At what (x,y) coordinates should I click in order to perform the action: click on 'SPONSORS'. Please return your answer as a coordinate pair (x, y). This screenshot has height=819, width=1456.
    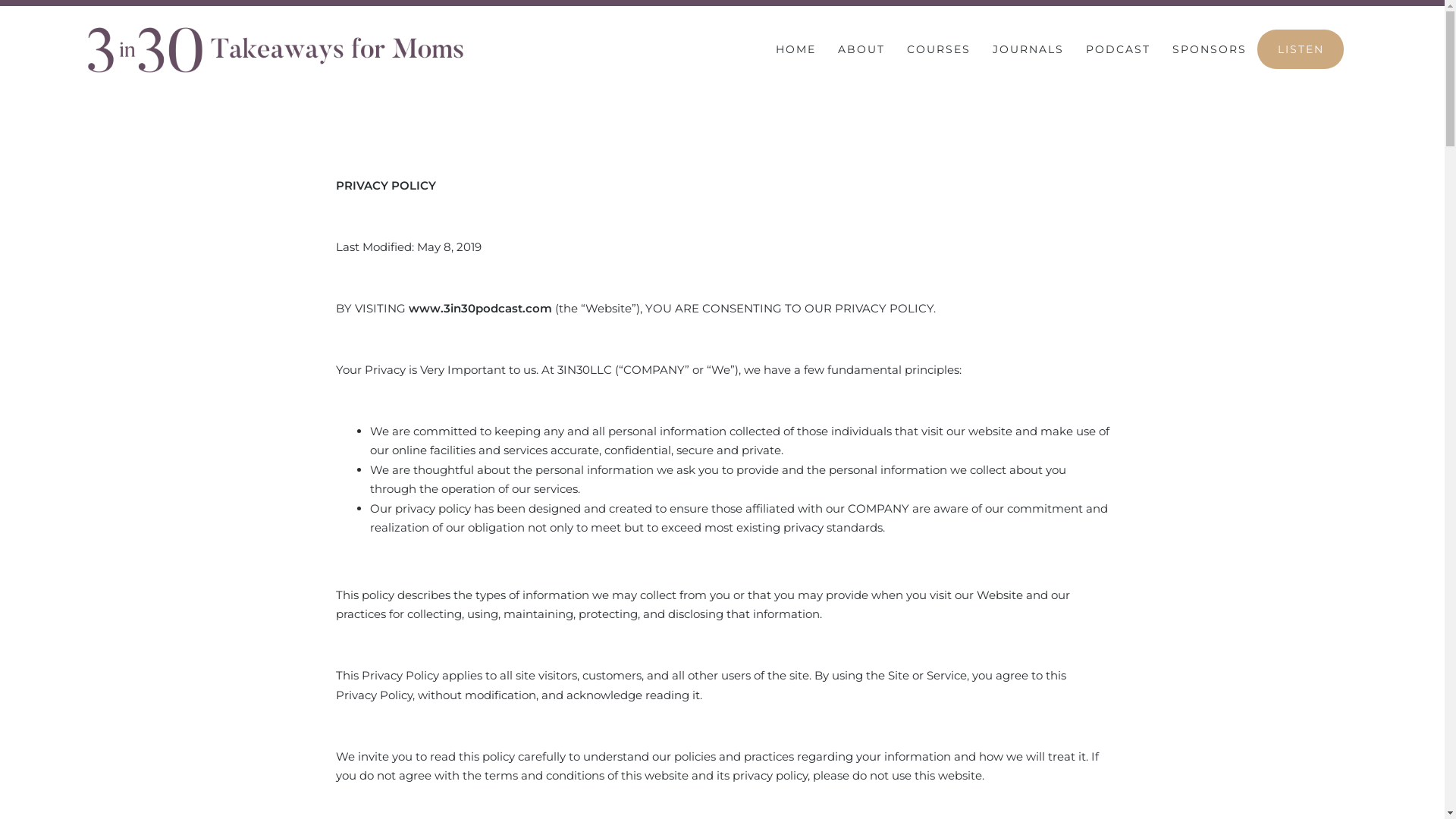
    Looking at the image, I should click on (1208, 49).